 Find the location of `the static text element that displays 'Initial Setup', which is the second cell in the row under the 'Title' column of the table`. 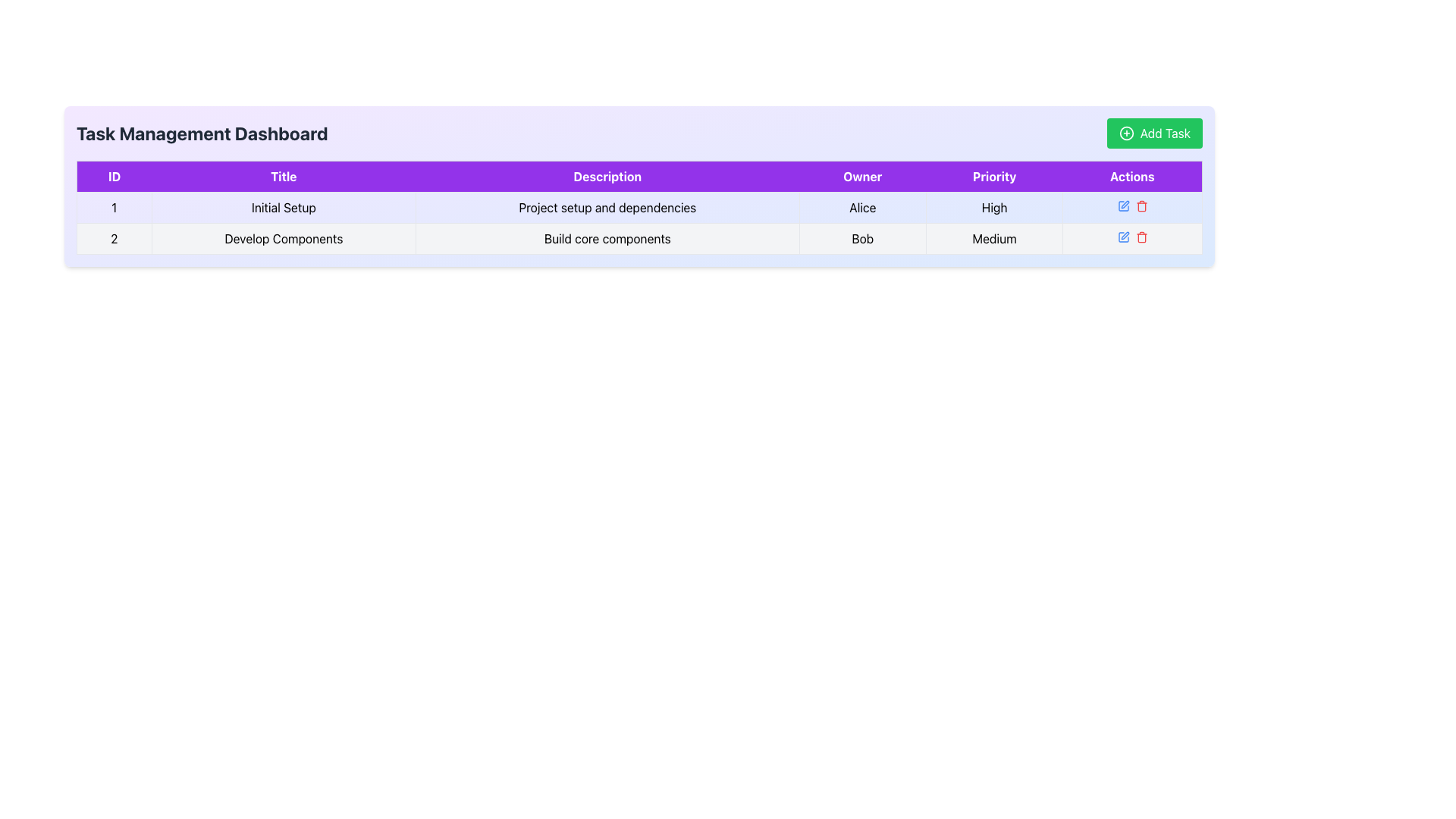

the static text element that displays 'Initial Setup', which is the second cell in the row under the 'Title' column of the table is located at coordinates (284, 207).